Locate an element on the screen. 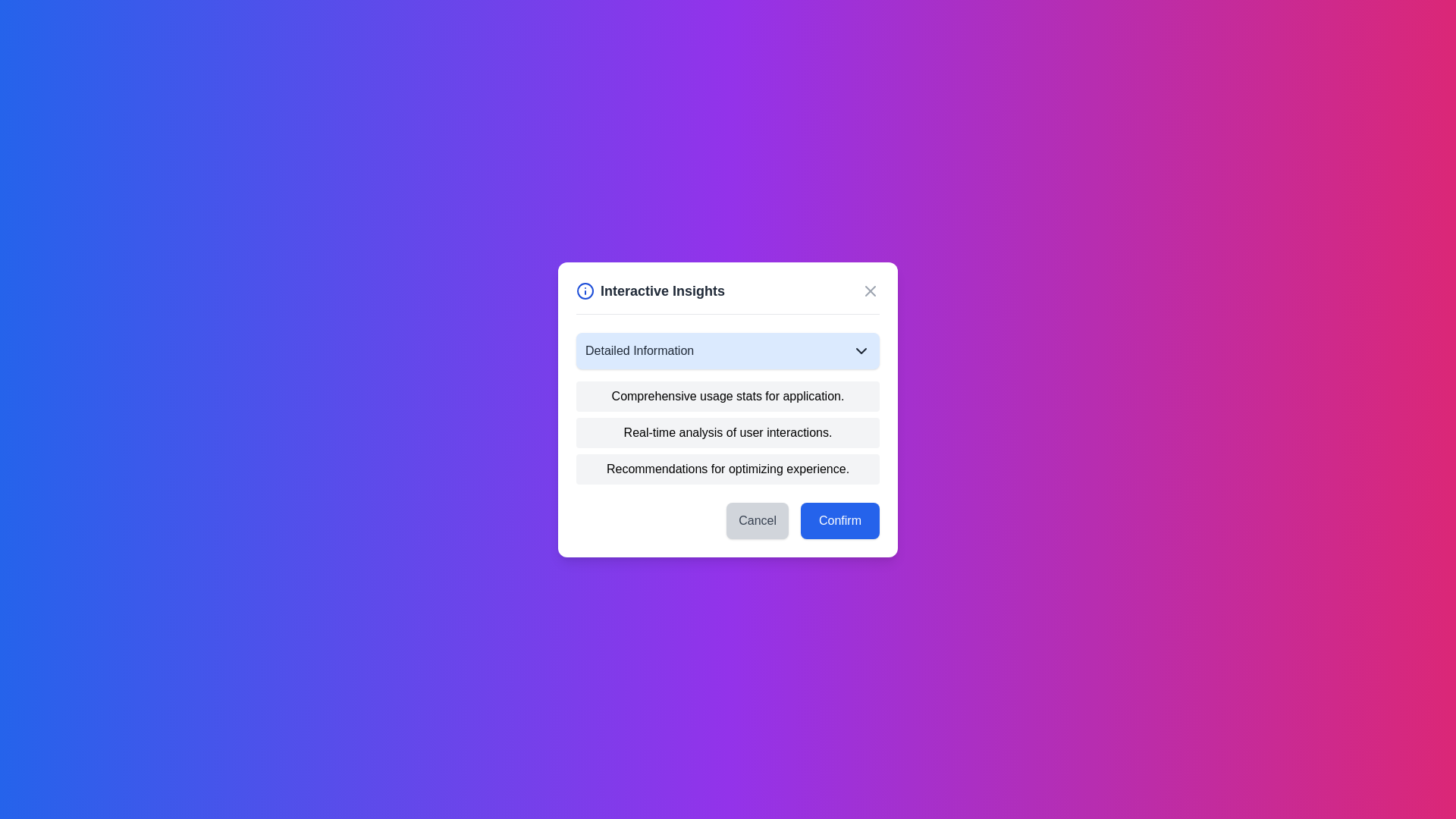 The width and height of the screenshot is (1456, 819). the header area containing the blue circular icon with an 'i' symbol and the bold text 'Interactive Insights' is located at coordinates (651, 290).